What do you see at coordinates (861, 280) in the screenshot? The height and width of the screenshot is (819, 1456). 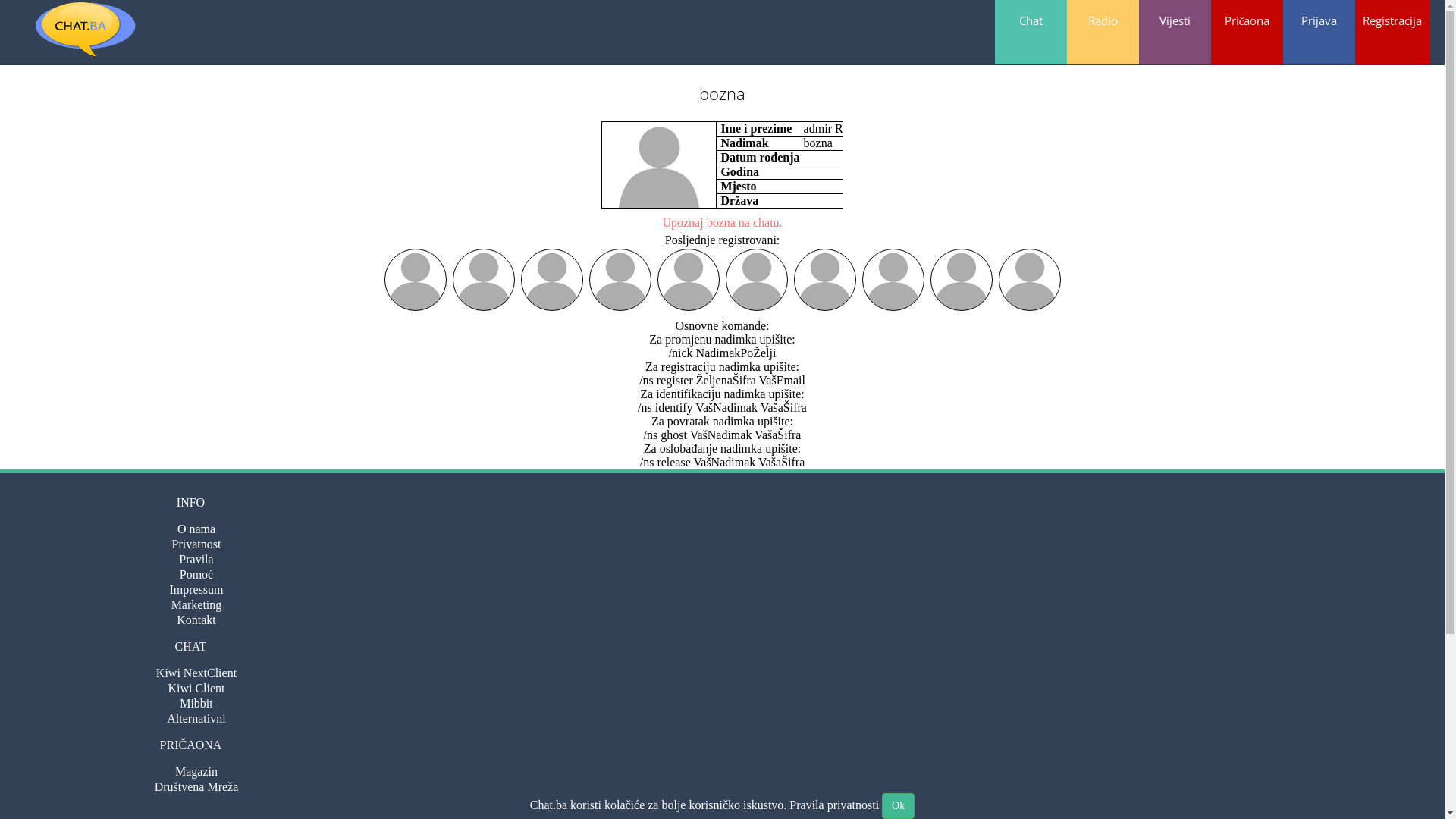 I see `'Kamel'` at bounding box center [861, 280].